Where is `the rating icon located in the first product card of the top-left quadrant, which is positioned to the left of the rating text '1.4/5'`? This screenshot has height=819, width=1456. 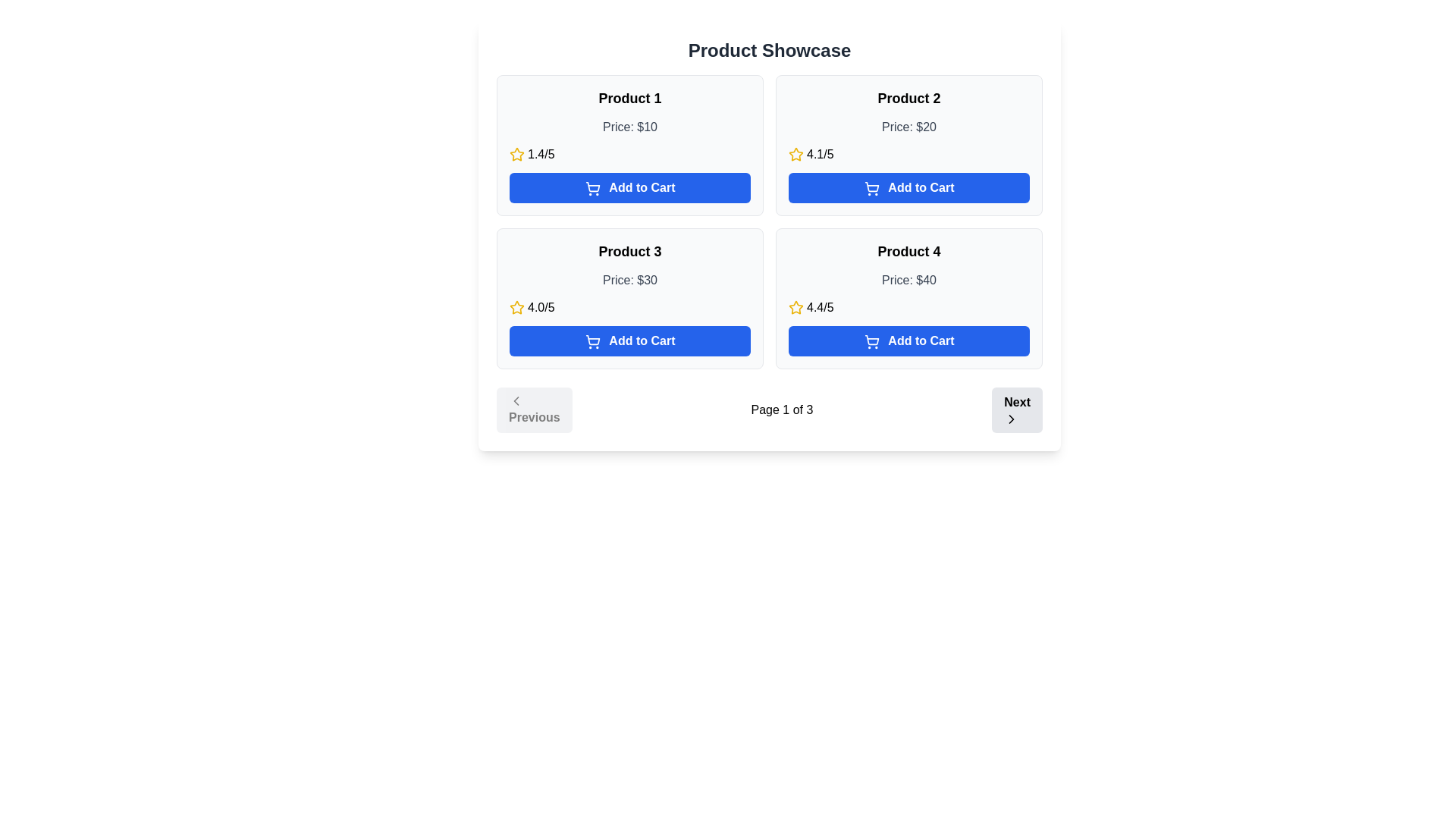
the rating icon located in the first product card of the top-left quadrant, which is positioned to the left of the rating text '1.4/5' is located at coordinates (516, 154).